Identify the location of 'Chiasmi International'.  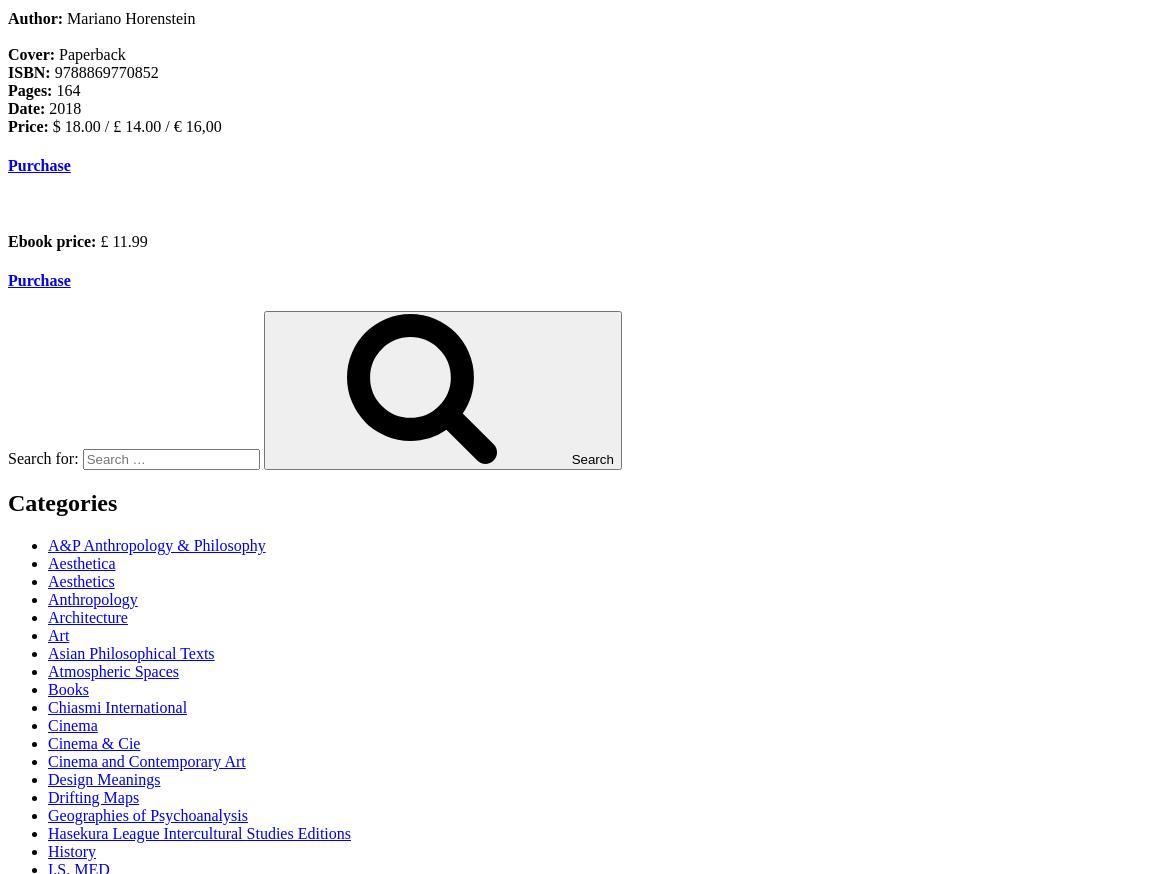
(117, 706).